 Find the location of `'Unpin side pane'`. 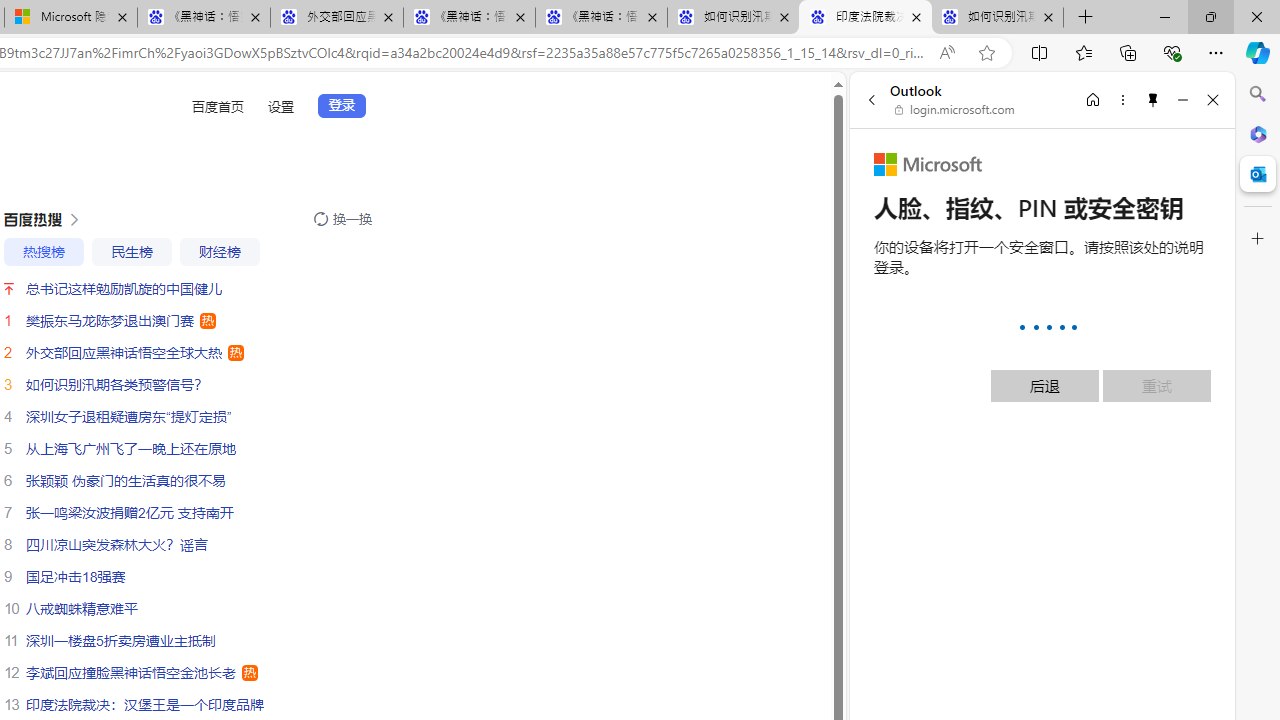

'Unpin side pane' is located at coordinates (1153, 99).